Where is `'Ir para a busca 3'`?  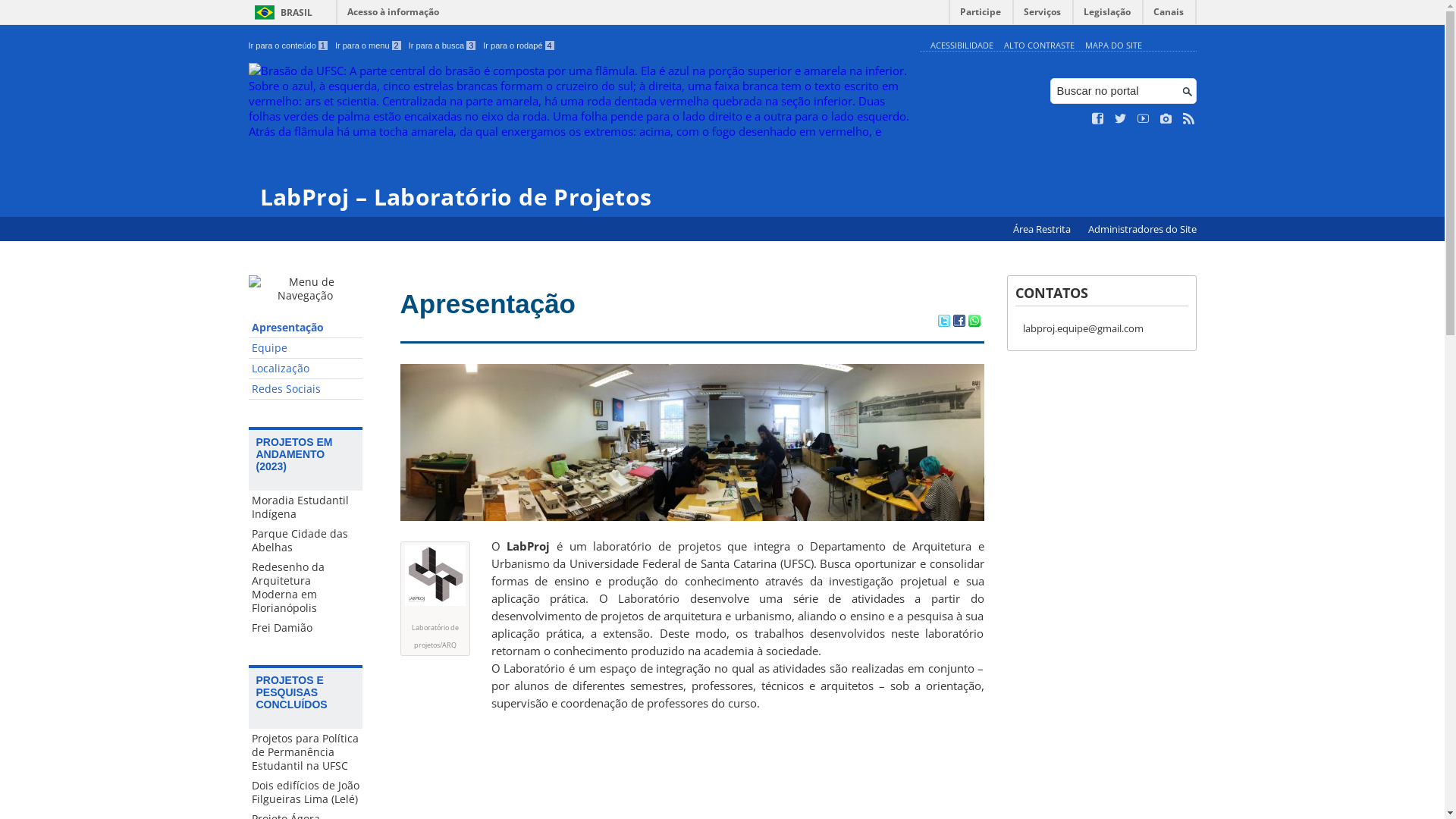
'Ir para a busca 3' is located at coordinates (441, 45).